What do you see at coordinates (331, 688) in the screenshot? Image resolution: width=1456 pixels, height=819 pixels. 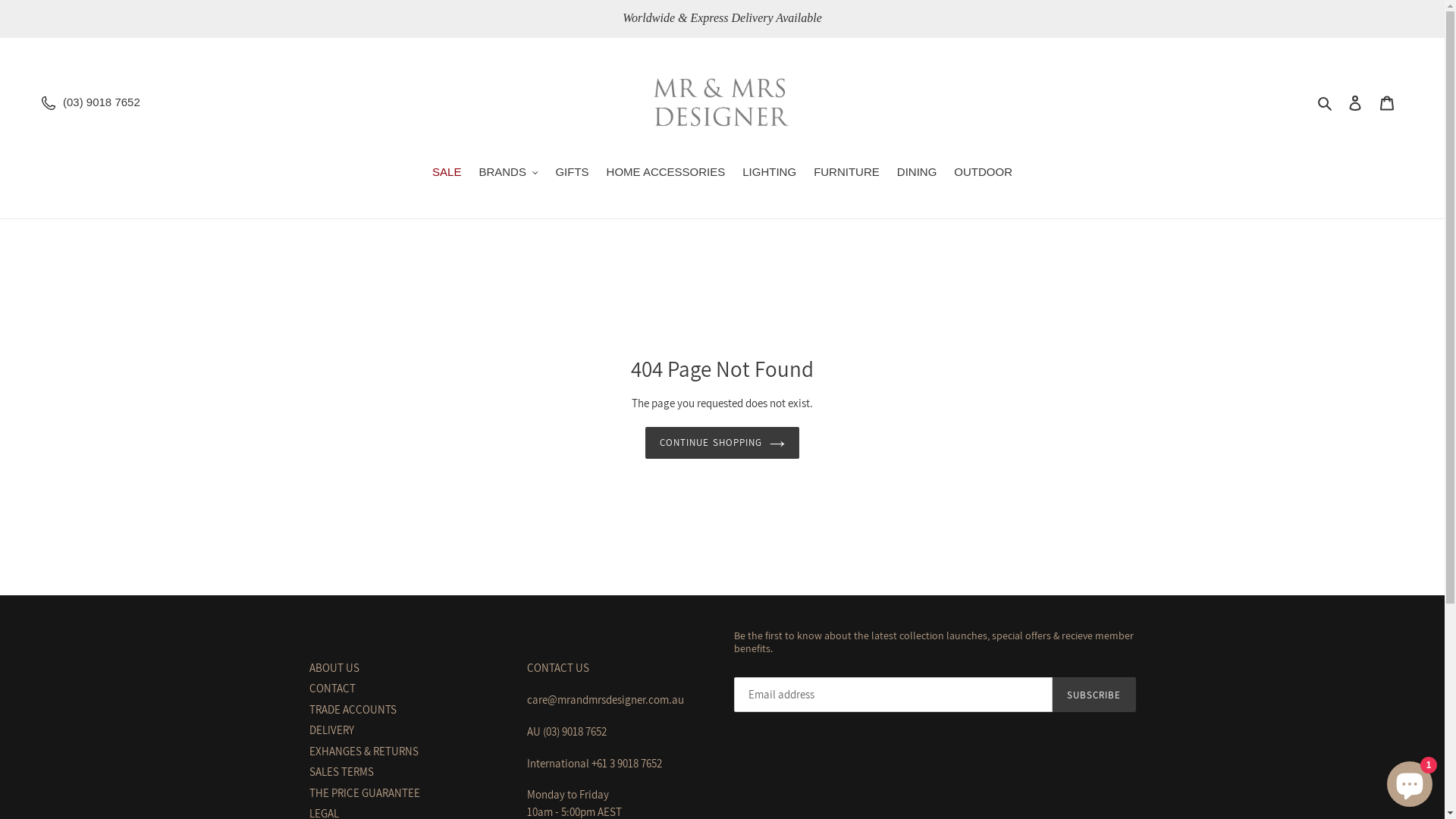 I see `'CONTACT'` at bounding box center [331, 688].